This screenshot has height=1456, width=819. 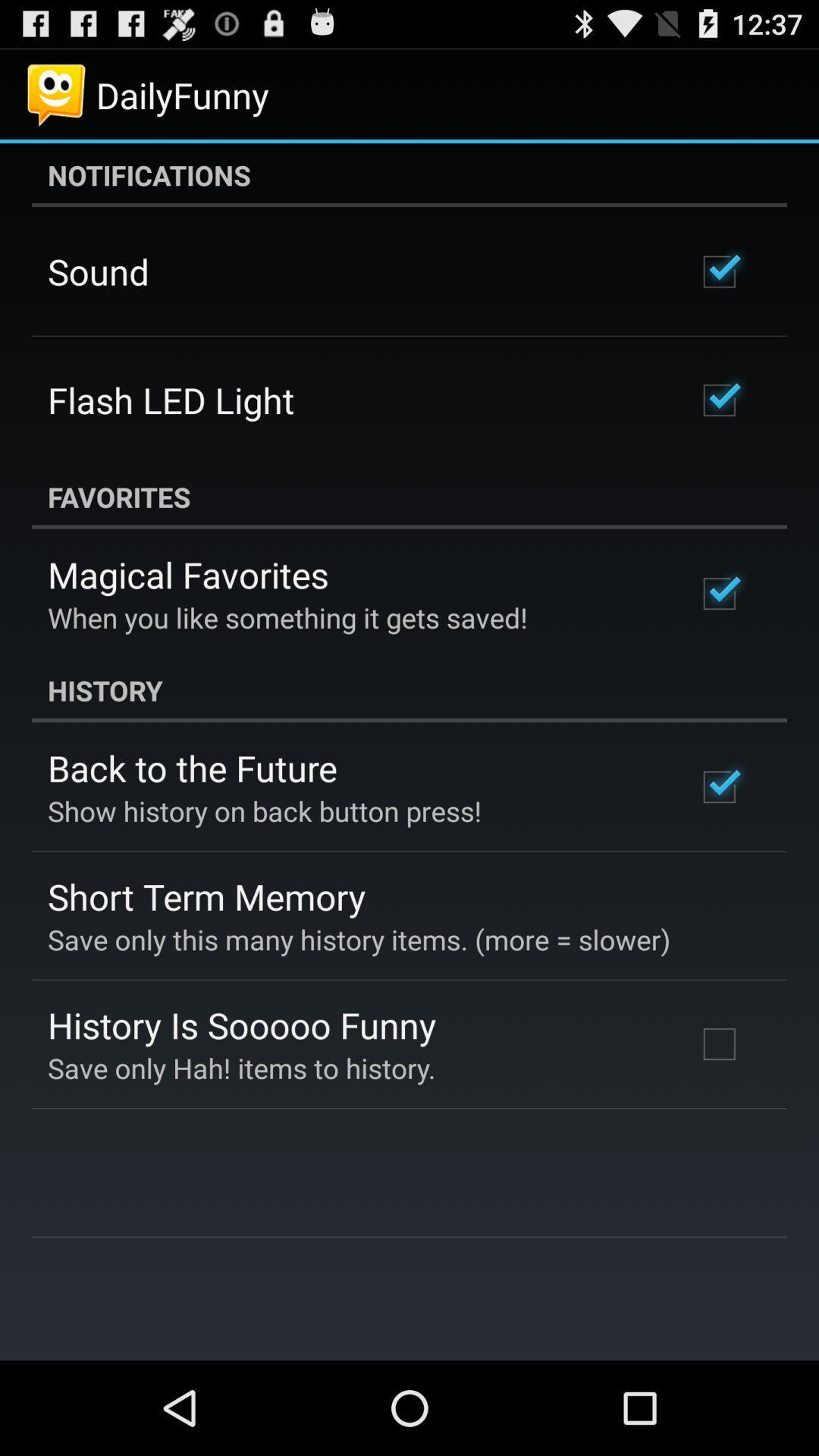 What do you see at coordinates (187, 573) in the screenshot?
I see `app below favorites` at bounding box center [187, 573].